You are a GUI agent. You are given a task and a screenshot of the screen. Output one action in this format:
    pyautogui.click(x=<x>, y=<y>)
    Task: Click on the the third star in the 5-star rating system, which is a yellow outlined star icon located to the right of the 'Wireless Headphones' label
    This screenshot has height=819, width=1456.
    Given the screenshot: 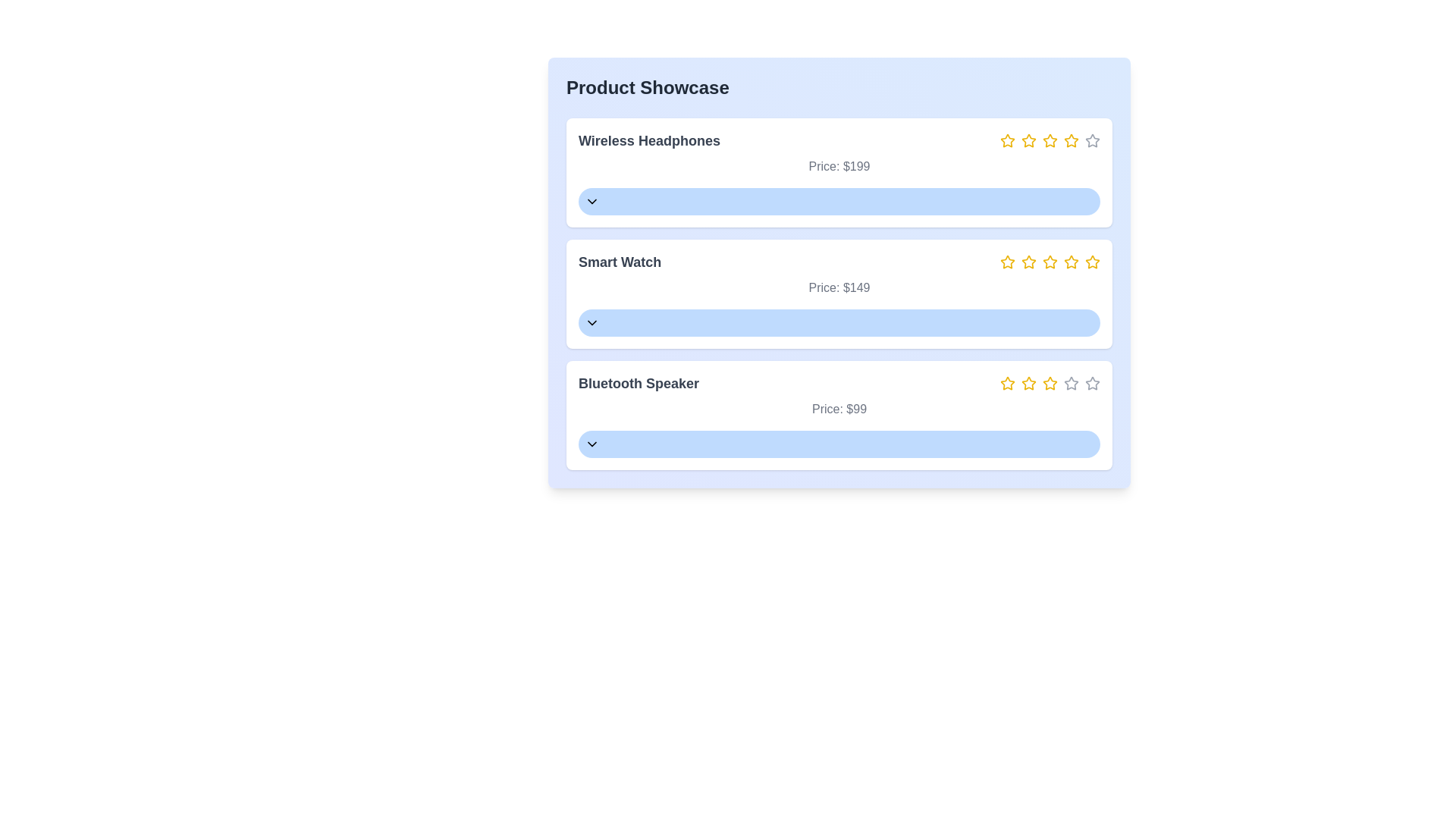 What is the action you would take?
    pyautogui.click(x=1029, y=140)
    